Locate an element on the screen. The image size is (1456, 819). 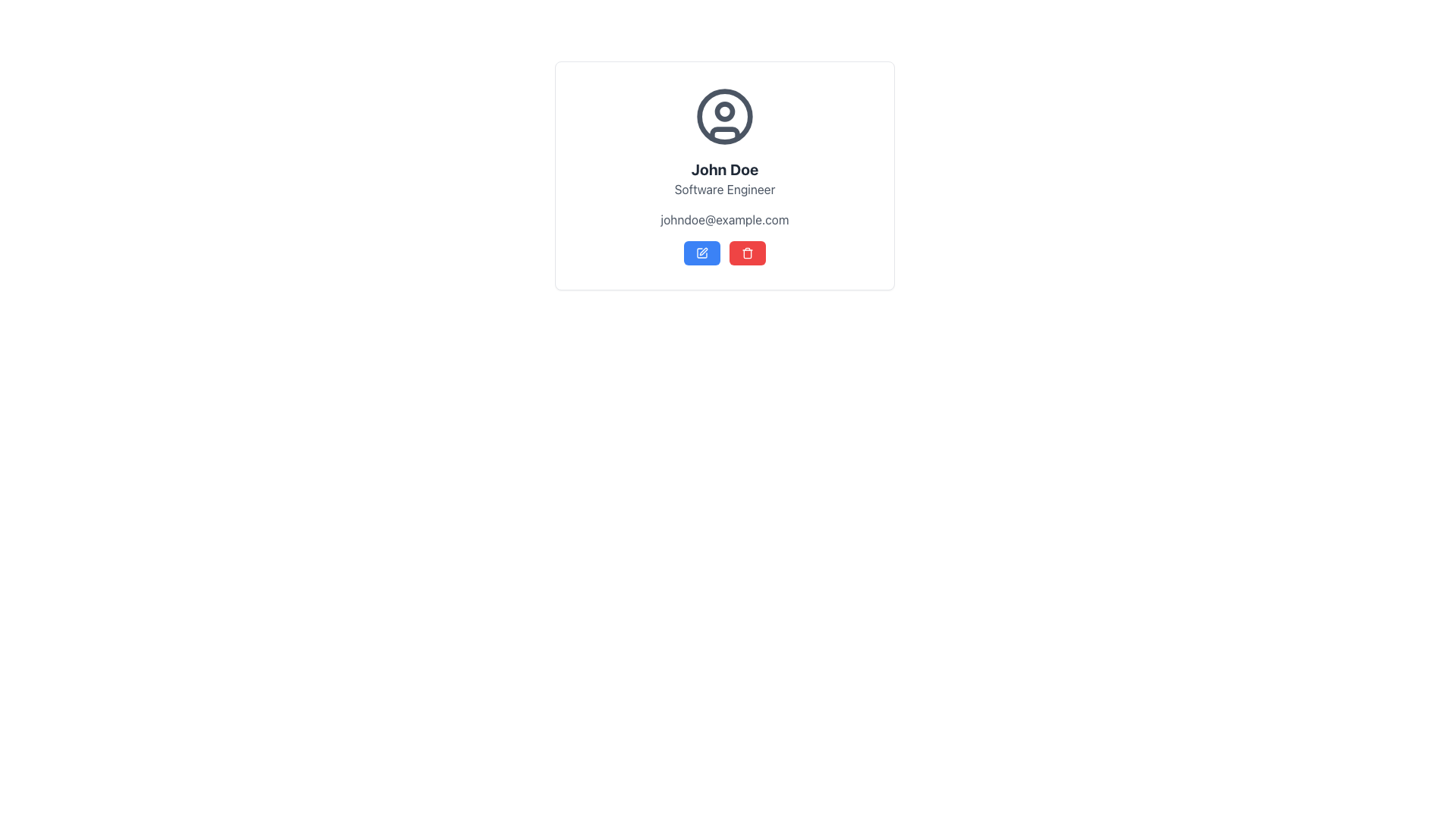
the small red icon resembling a torso positioned at the bottom of the user's profile picture graphic is located at coordinates (723, 133).